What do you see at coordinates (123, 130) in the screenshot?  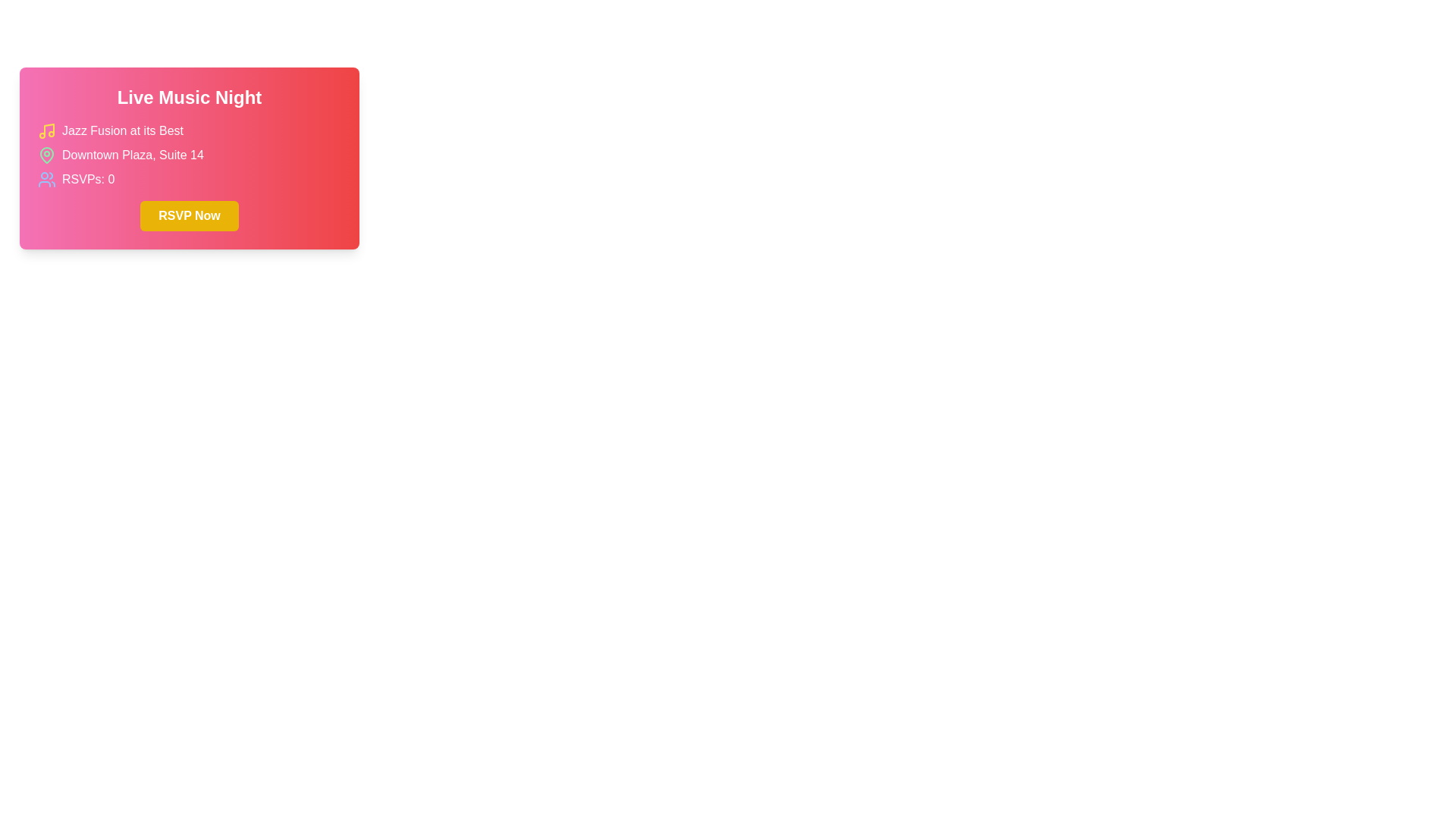 I see `text from the label that contains 'Jazz Fusion at its Best', which is styled with white text on a gradient pink background and located in the middle-left section of a card component` at bounding box center [123, 130].